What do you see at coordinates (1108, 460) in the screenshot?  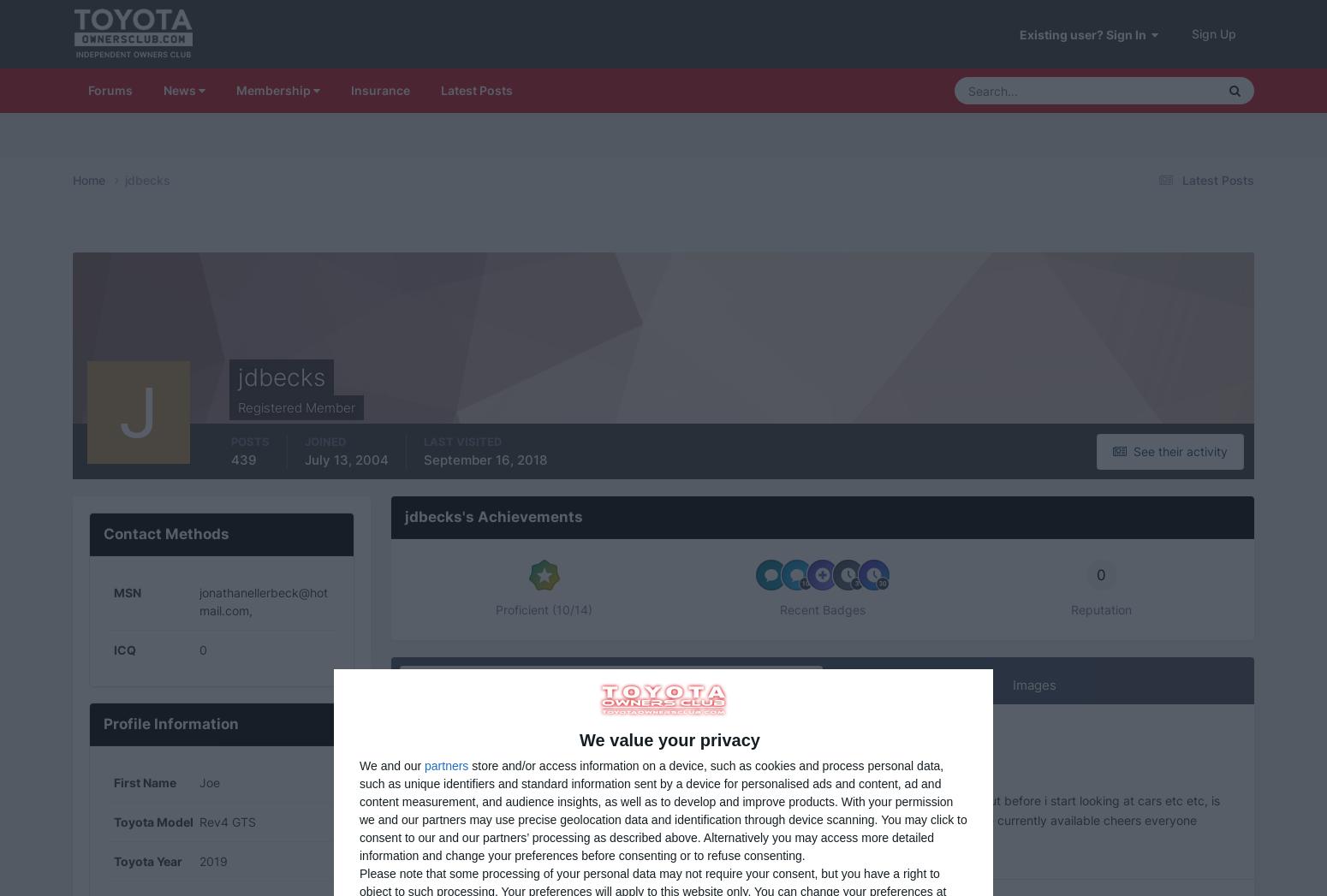 I see `'Members'` at bounding box center [1108, 460].